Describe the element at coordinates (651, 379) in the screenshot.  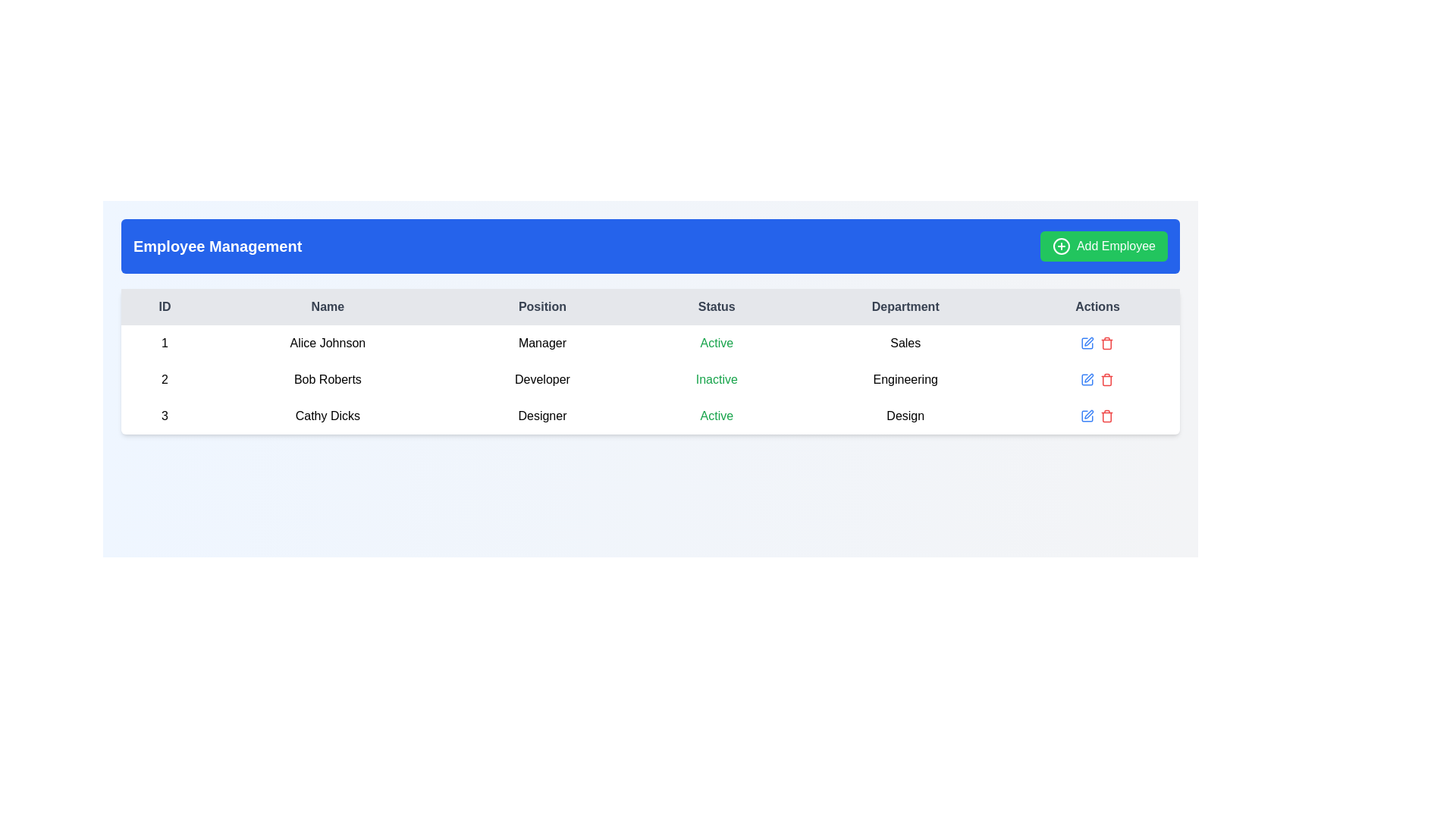
I see `the details presented in the second row of the employee table, which includes the name 'Bob Roberts', position 'Developer', status 'Inactive', and department 'Engineering'` at that location.